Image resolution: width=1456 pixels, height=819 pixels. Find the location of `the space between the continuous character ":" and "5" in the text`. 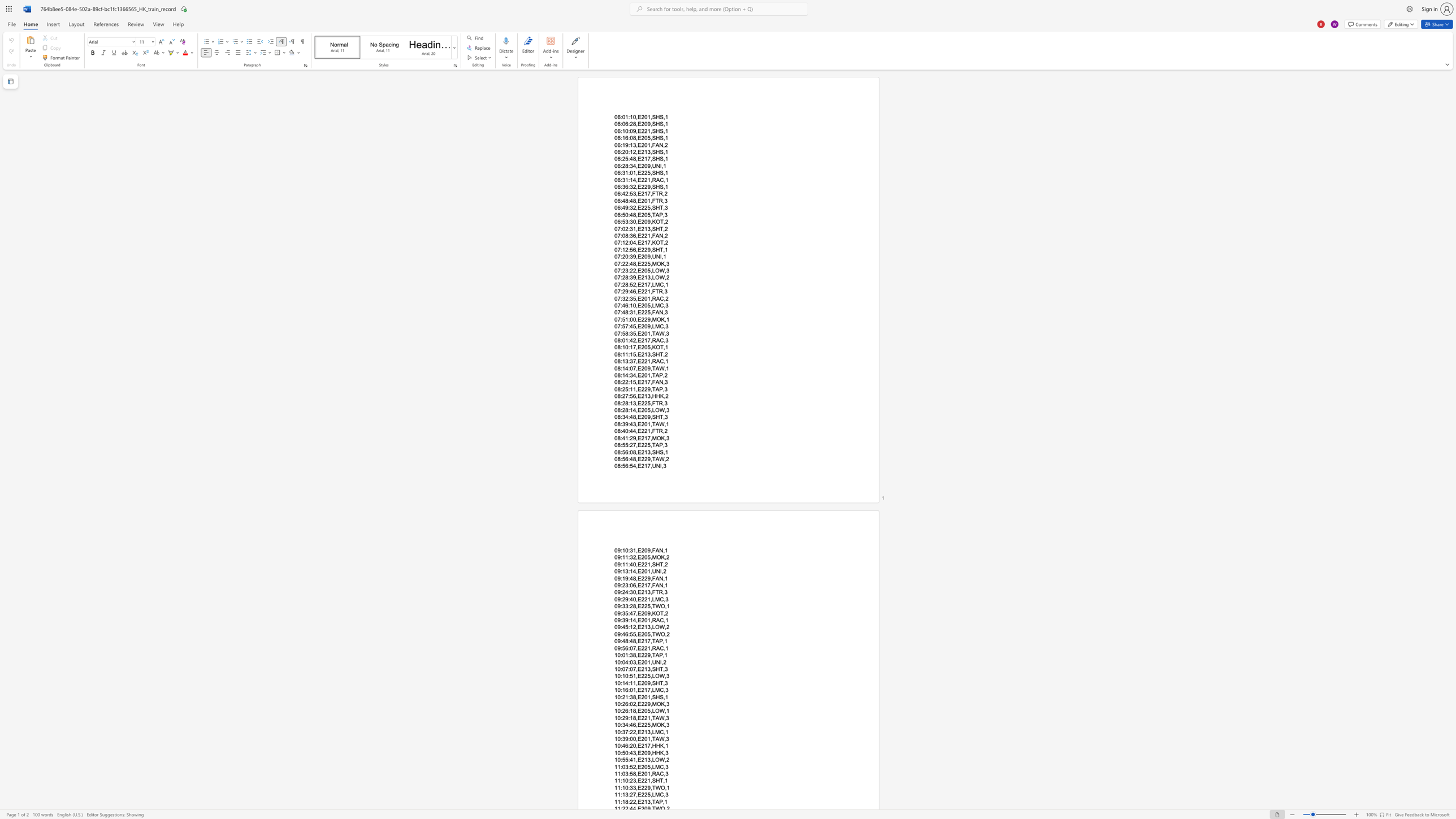

the space between the continuous character ":" and "5" in the text is located at coordinates (622, 332).